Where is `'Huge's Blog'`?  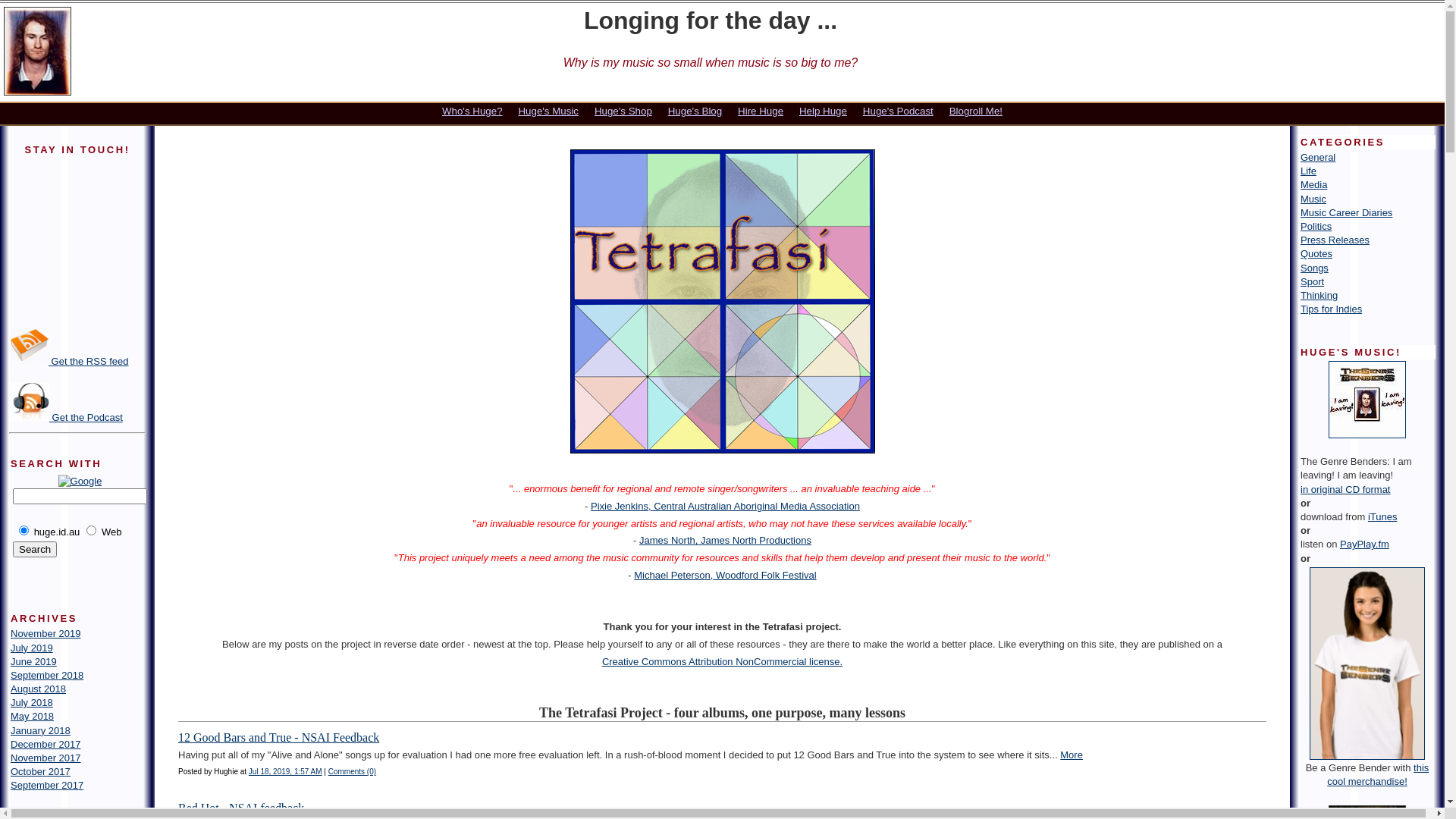 'Huge's Blog' is located at coordinates (694, 110).